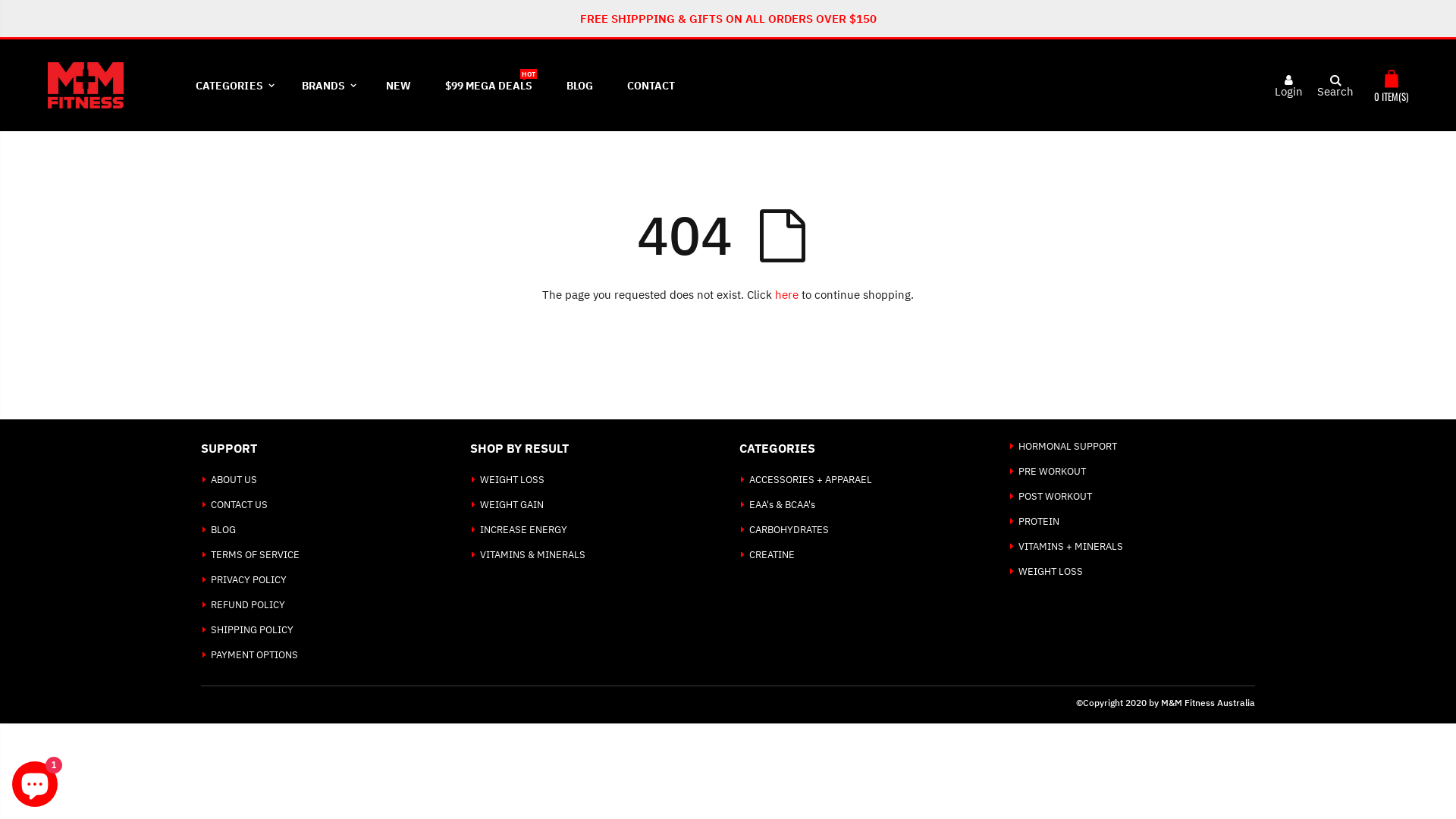 The height and width of the screenshot is (819, 1456). Describe the element at coordinates (1066, 445) in the screenshot. I see `'HORMONAL SUPPORT'` at that location.